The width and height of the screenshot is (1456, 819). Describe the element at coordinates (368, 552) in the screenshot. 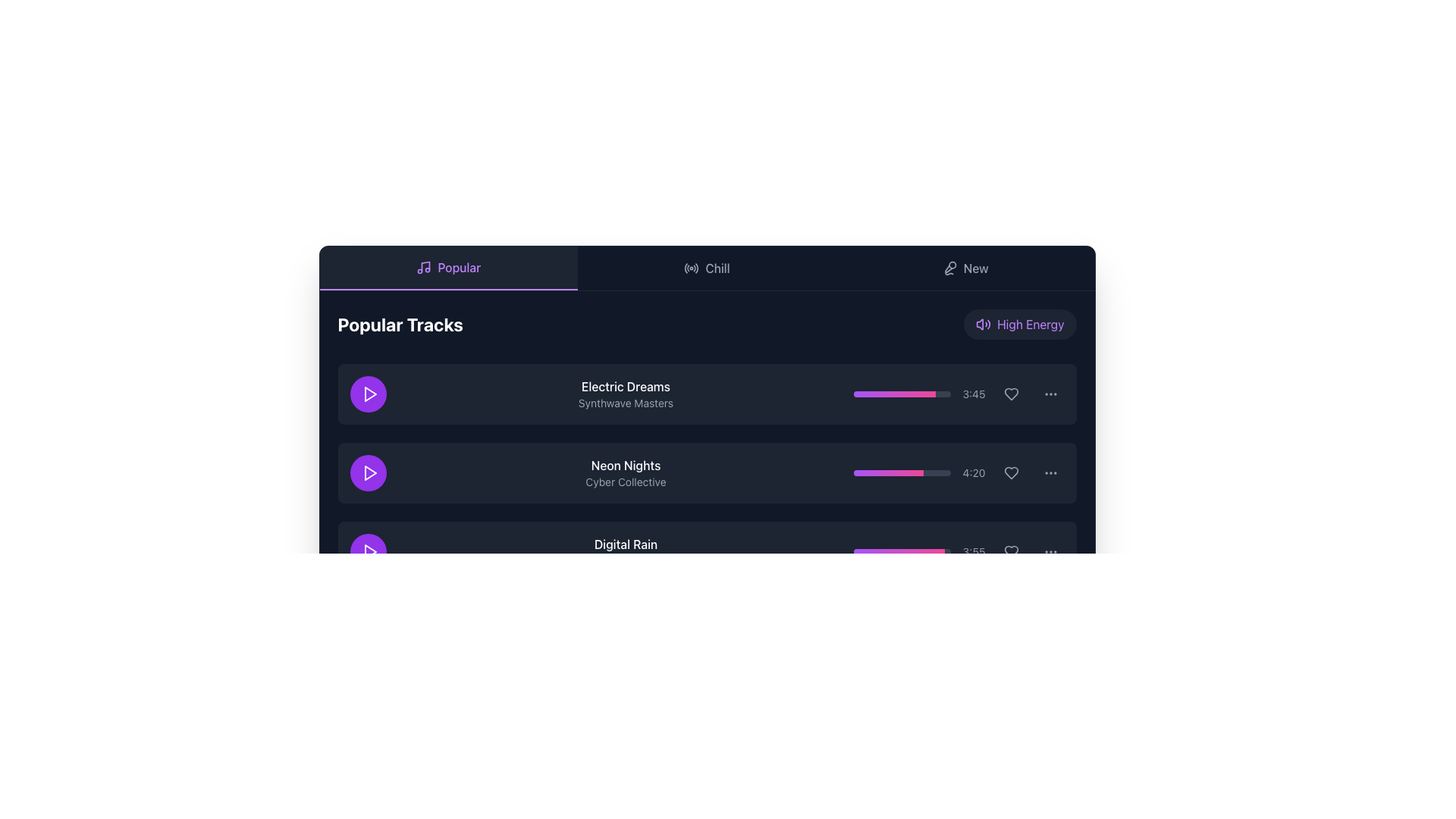

I see `the circular purple button with a white triangular play icon, which is the first interactive component of the 'Digital Rain' track section` at that location.